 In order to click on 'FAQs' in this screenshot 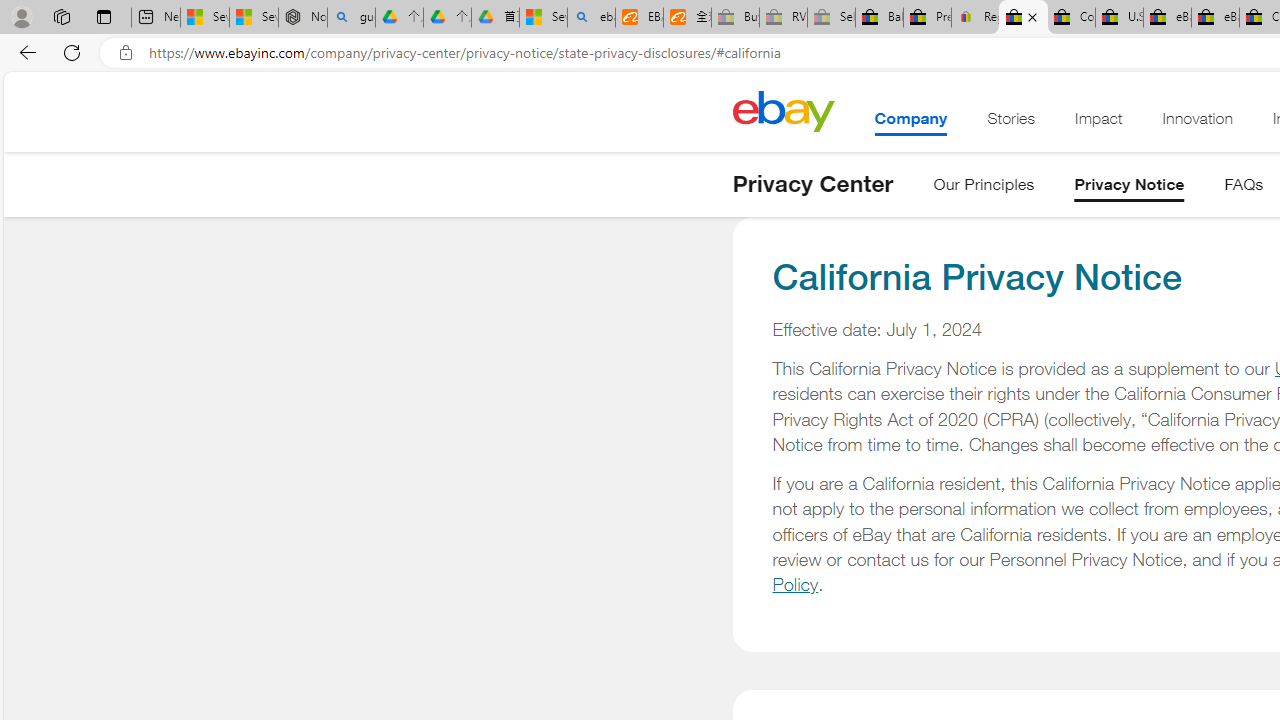, I will do `click(1243, 188)`.